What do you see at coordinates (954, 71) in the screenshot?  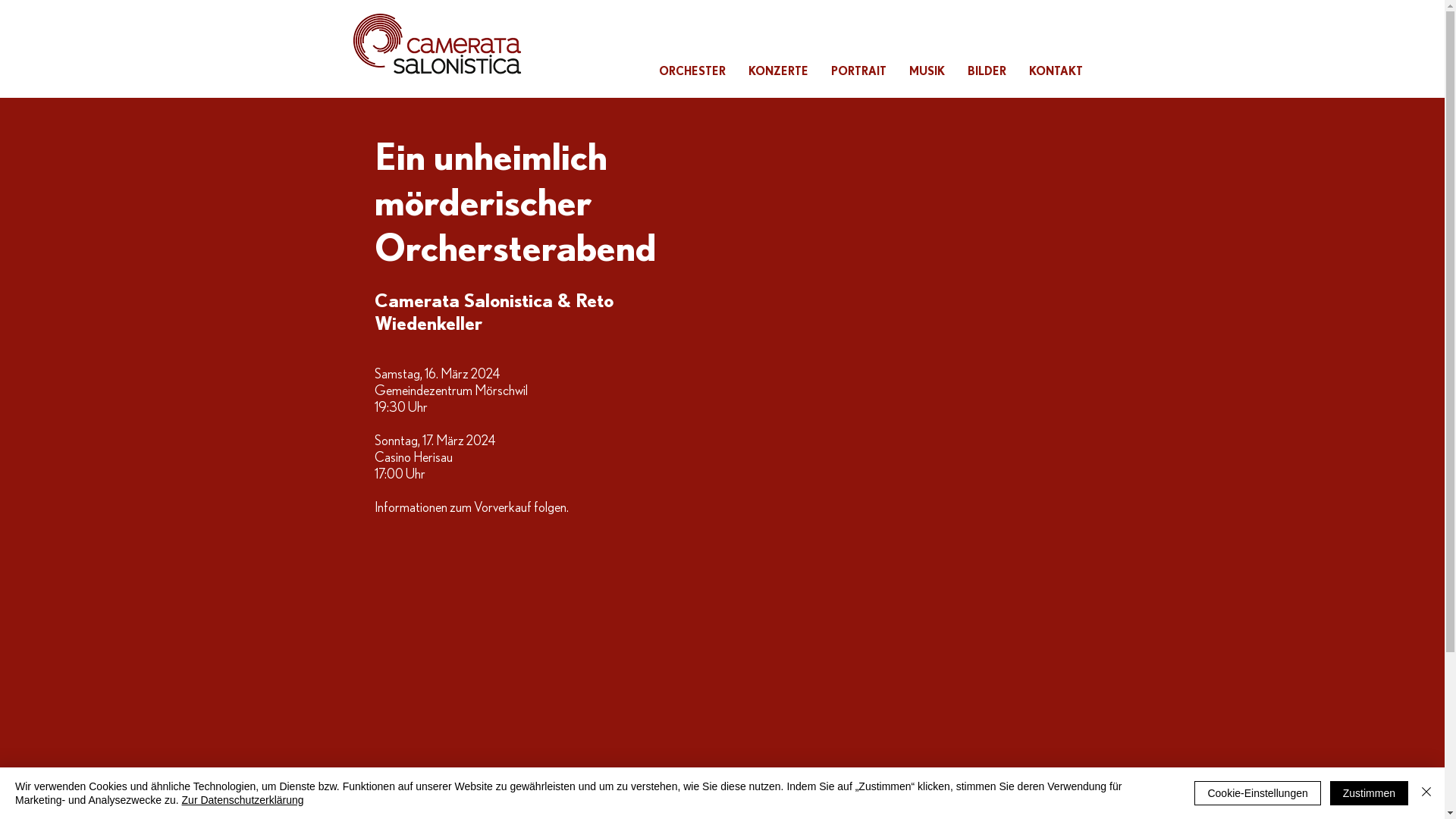 I see `'BILDER'` at bounding box center [954, 71].